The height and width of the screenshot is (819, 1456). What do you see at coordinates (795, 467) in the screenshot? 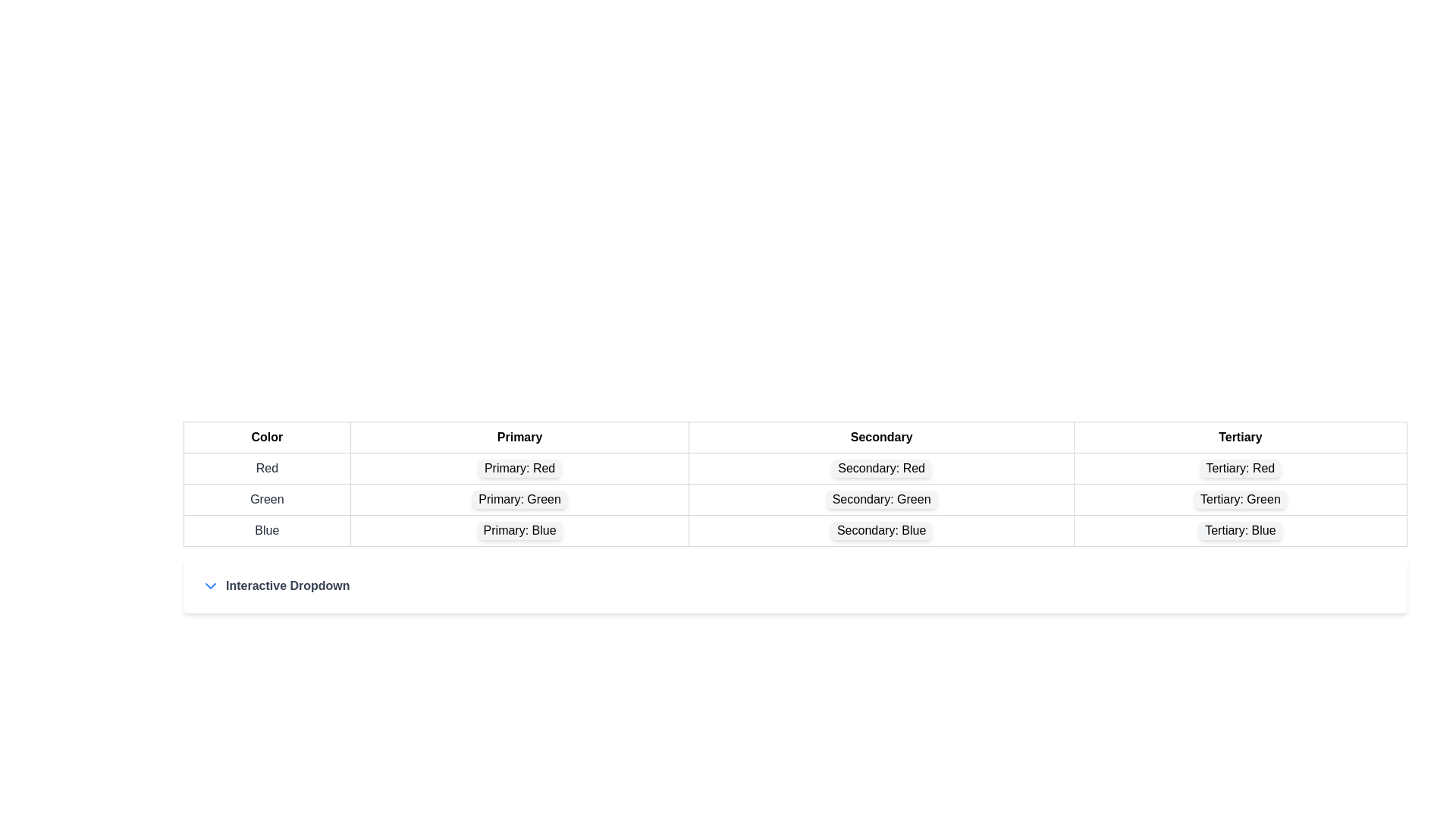
I see `the text label 'Secondary: Red' which is located in the row labeled 'Red' under the 'Secondary' column in a table-like structure` at bounding box center [795, 467].